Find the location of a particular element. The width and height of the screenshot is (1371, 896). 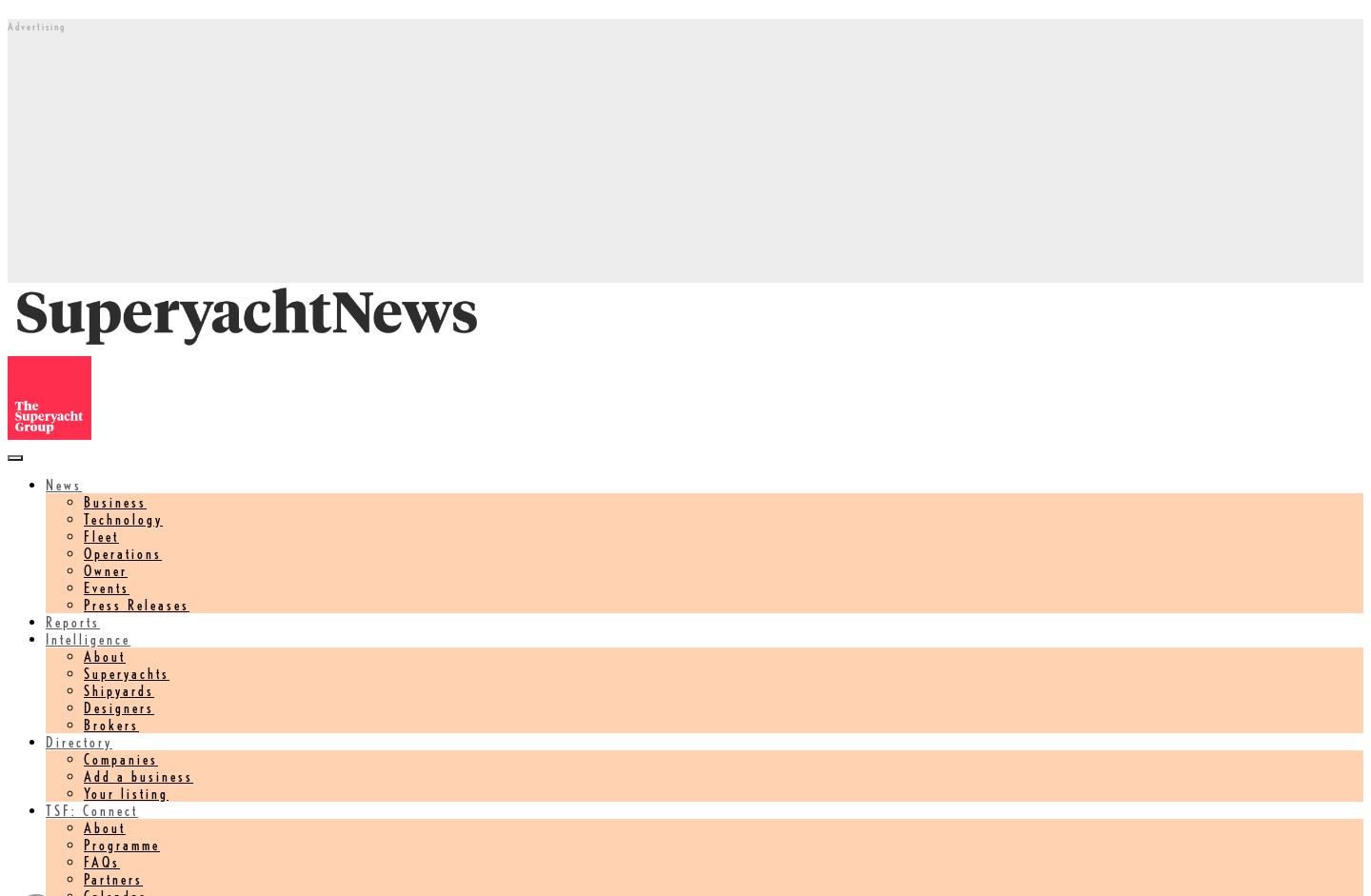

'Shipyards' is located at coordinates (117, 690).